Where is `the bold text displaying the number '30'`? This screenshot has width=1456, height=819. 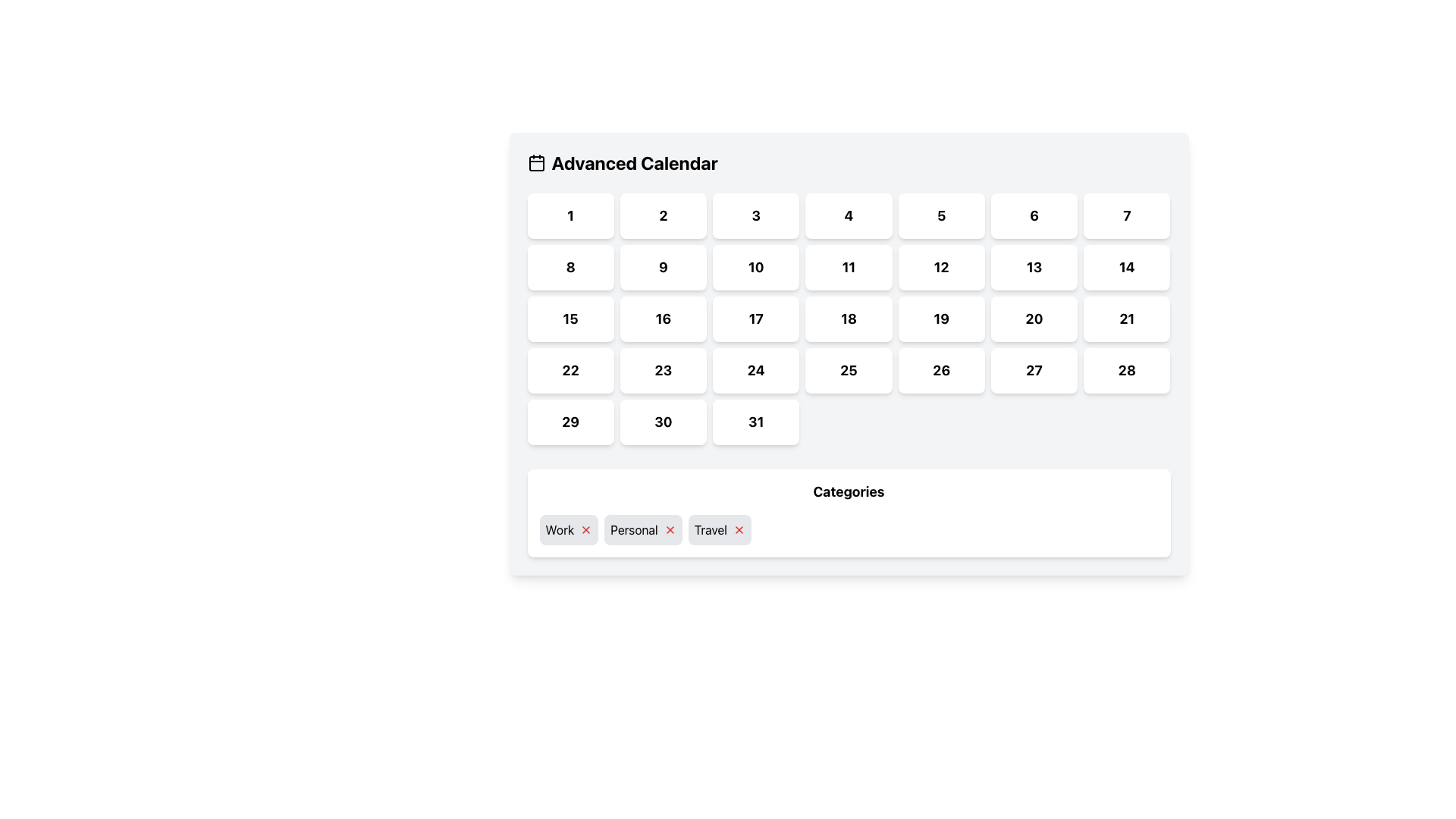
the bold text displaying the number '30' is located at coordinates (663, 422).